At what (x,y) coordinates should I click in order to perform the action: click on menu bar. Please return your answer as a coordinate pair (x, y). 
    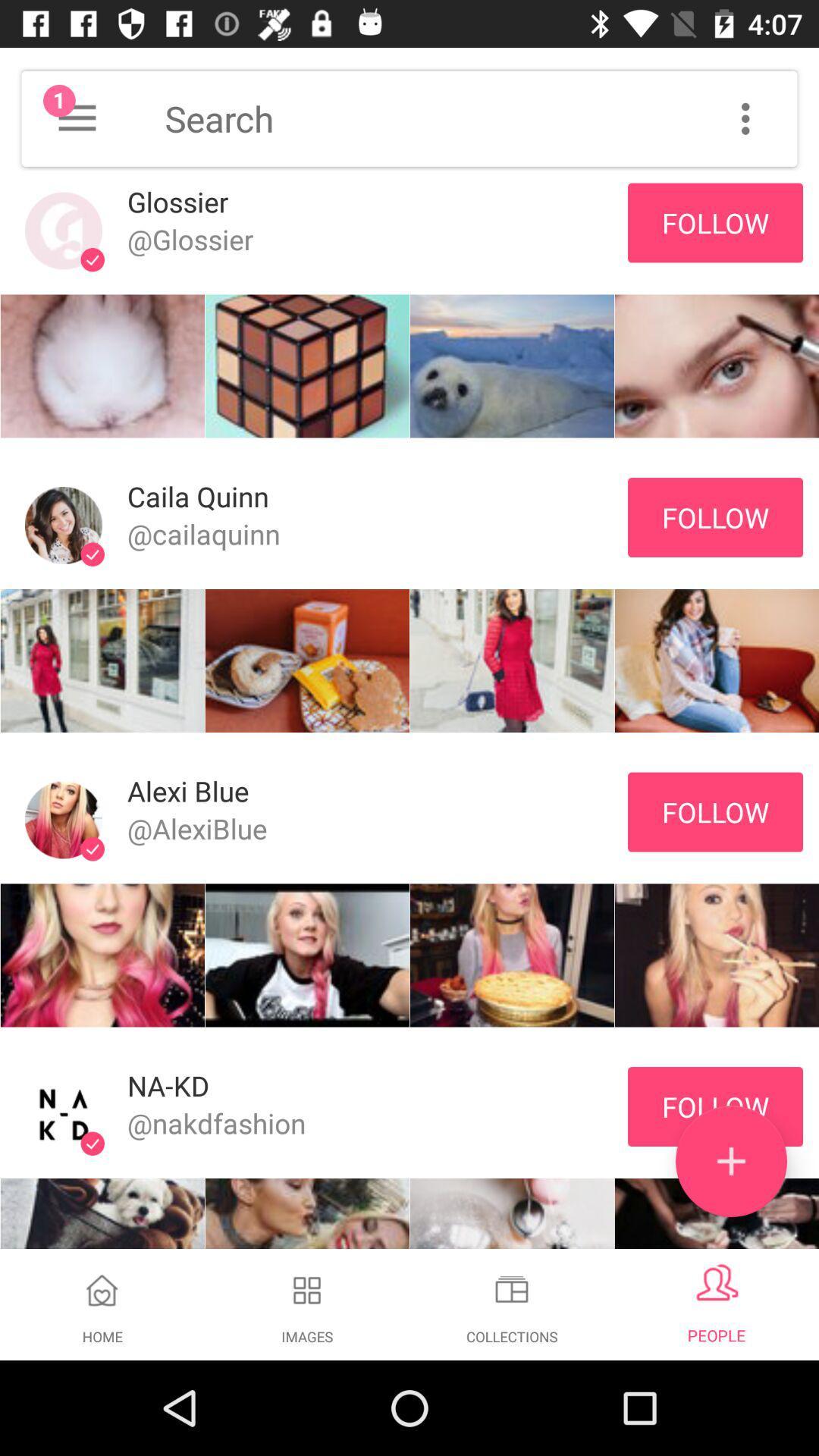
    Looking at the image, I should click on (745, 118).